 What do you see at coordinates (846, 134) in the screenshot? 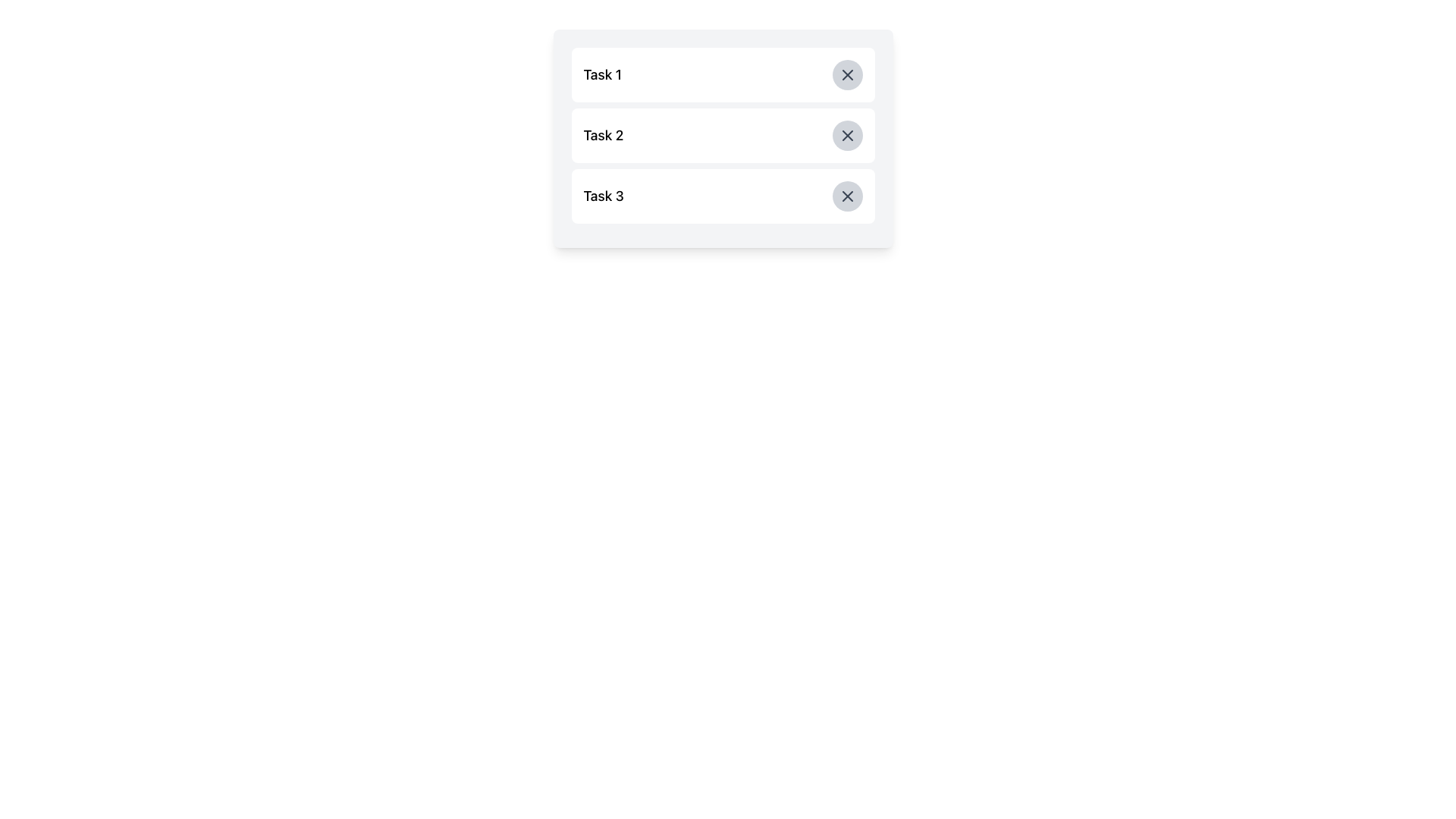
I see `the circular button containing the cross-shaped icon next to the 'Task 2' label` at bounding box center [846, 134].